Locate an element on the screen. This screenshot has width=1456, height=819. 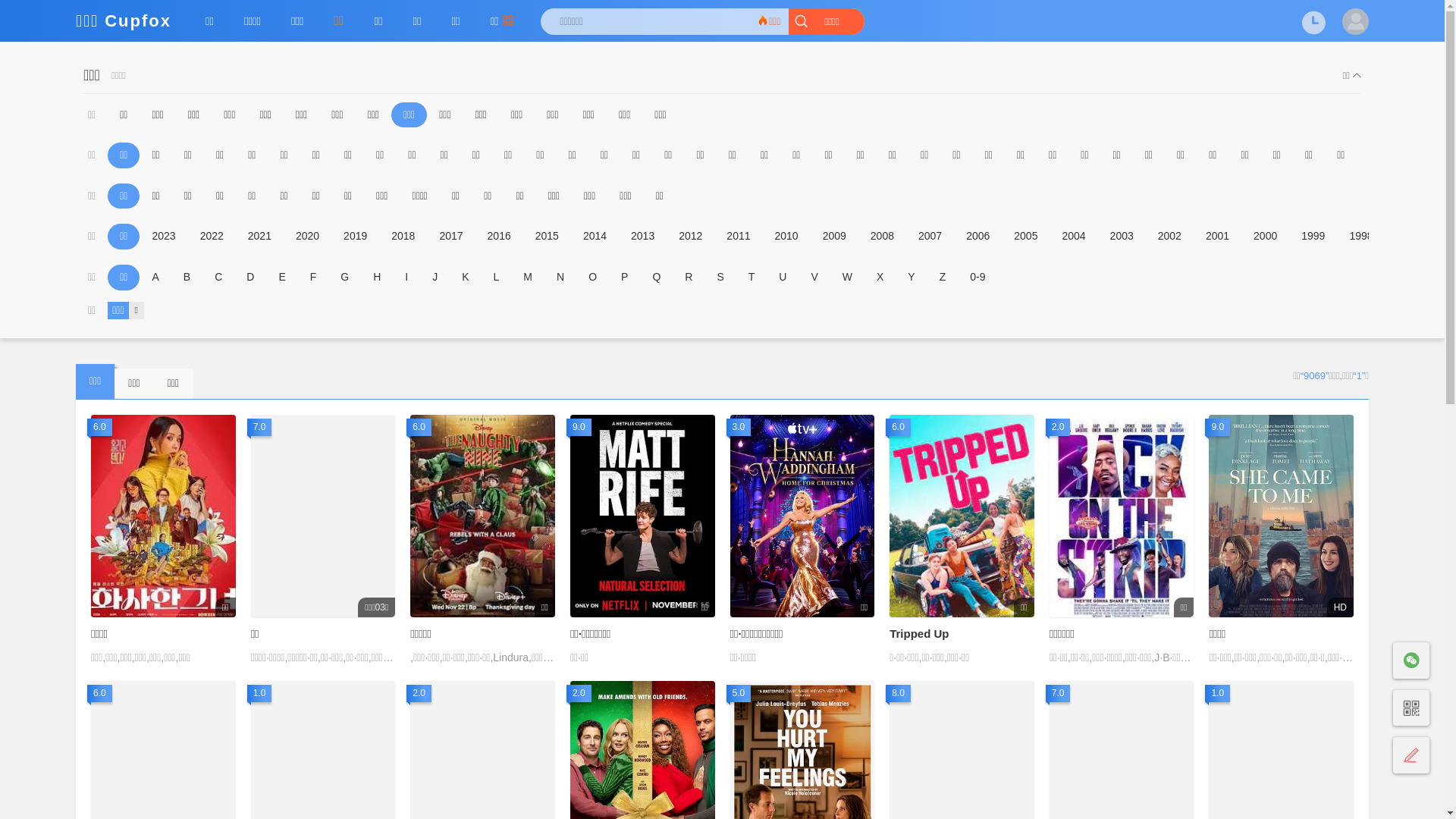
'2006' is located at coordinates (977, 237).